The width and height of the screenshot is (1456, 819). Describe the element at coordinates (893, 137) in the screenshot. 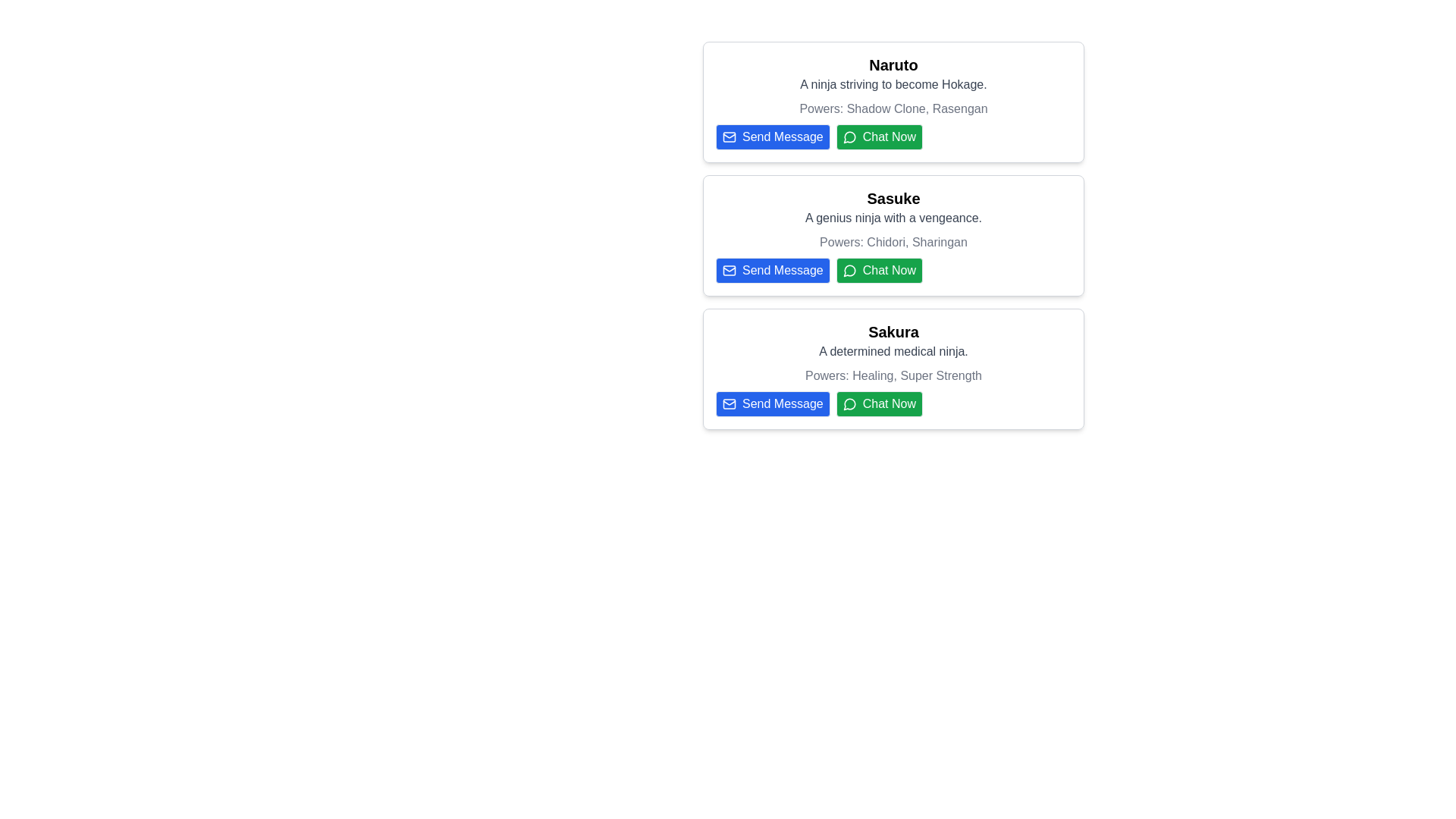

I see `the 'Naruto' chat initiation button located to the right of the 'Send Message' button in the bottom row of interactive buttons` at that location.